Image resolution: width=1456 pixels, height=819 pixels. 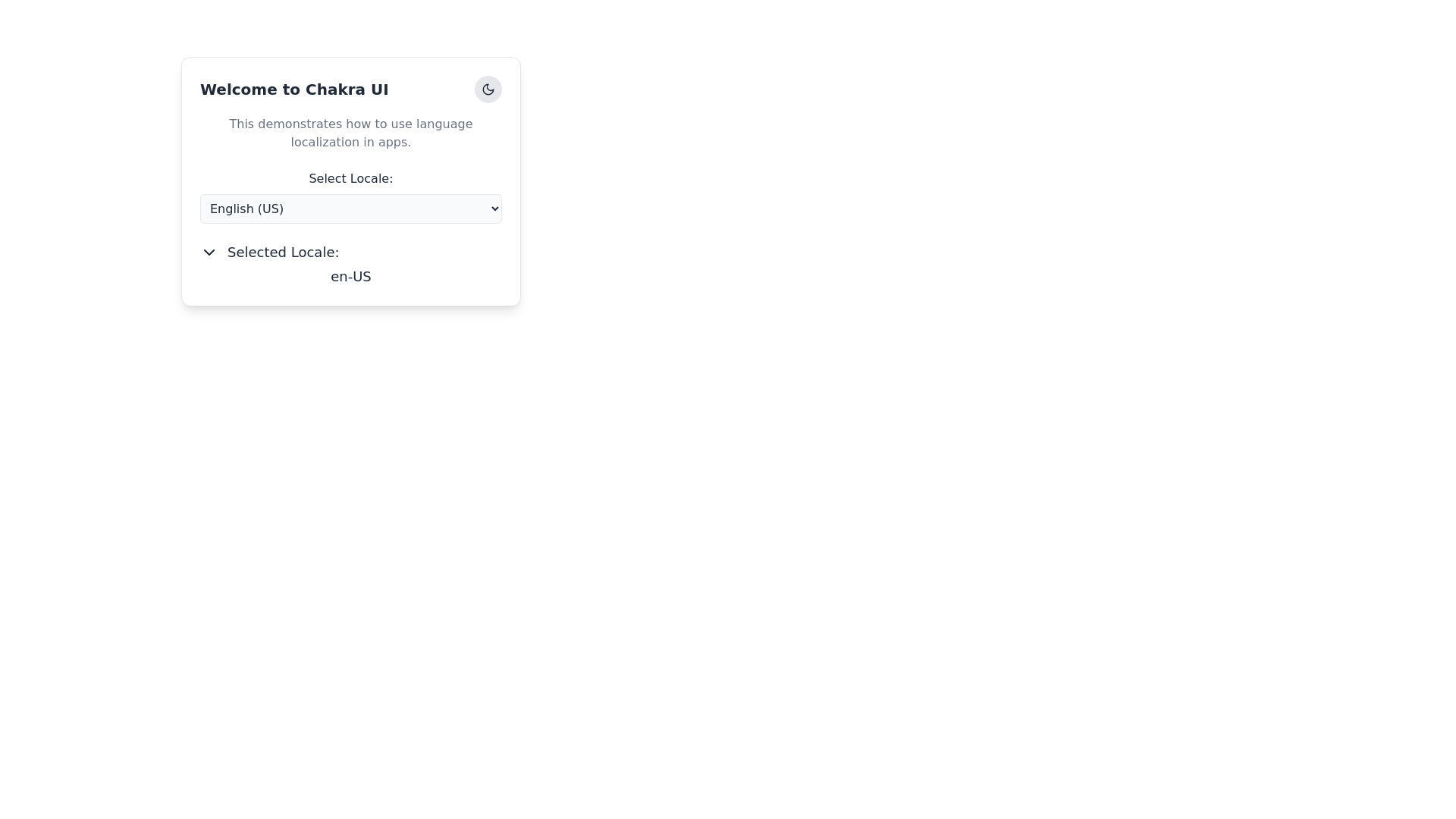 What do you see at coordinates (350, 263) in the screenshot?
I see `the Text Display element that shows the currently selected locale ('Selected Locale: en-US') located below the 'Select Locale' dropdown menu` at bounding box center [350, 263].